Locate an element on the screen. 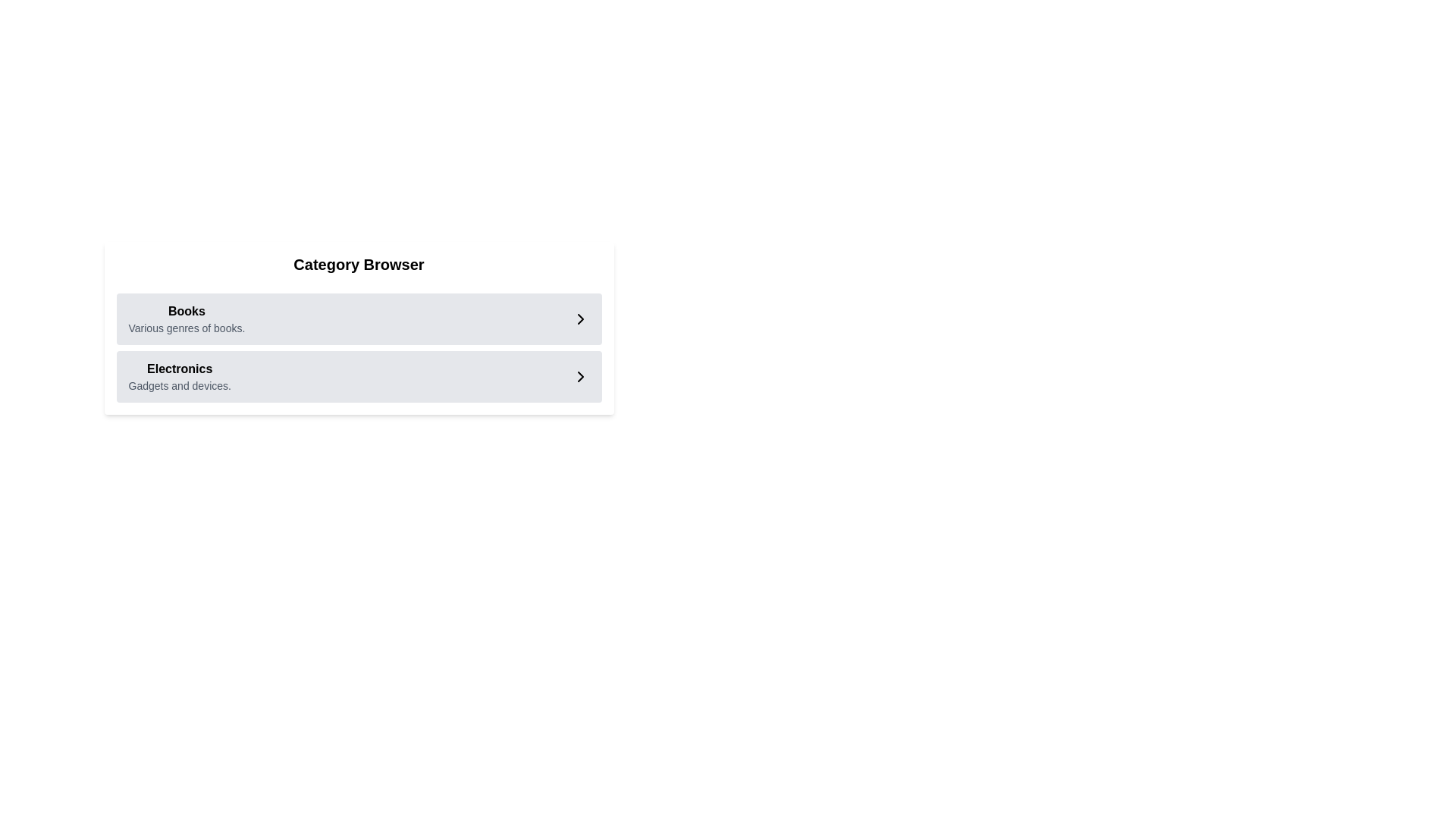  the right-pointing triangular arrow of the navigation icon located immediately to the right of the 'Books' label is located at coordinates (579, 318).